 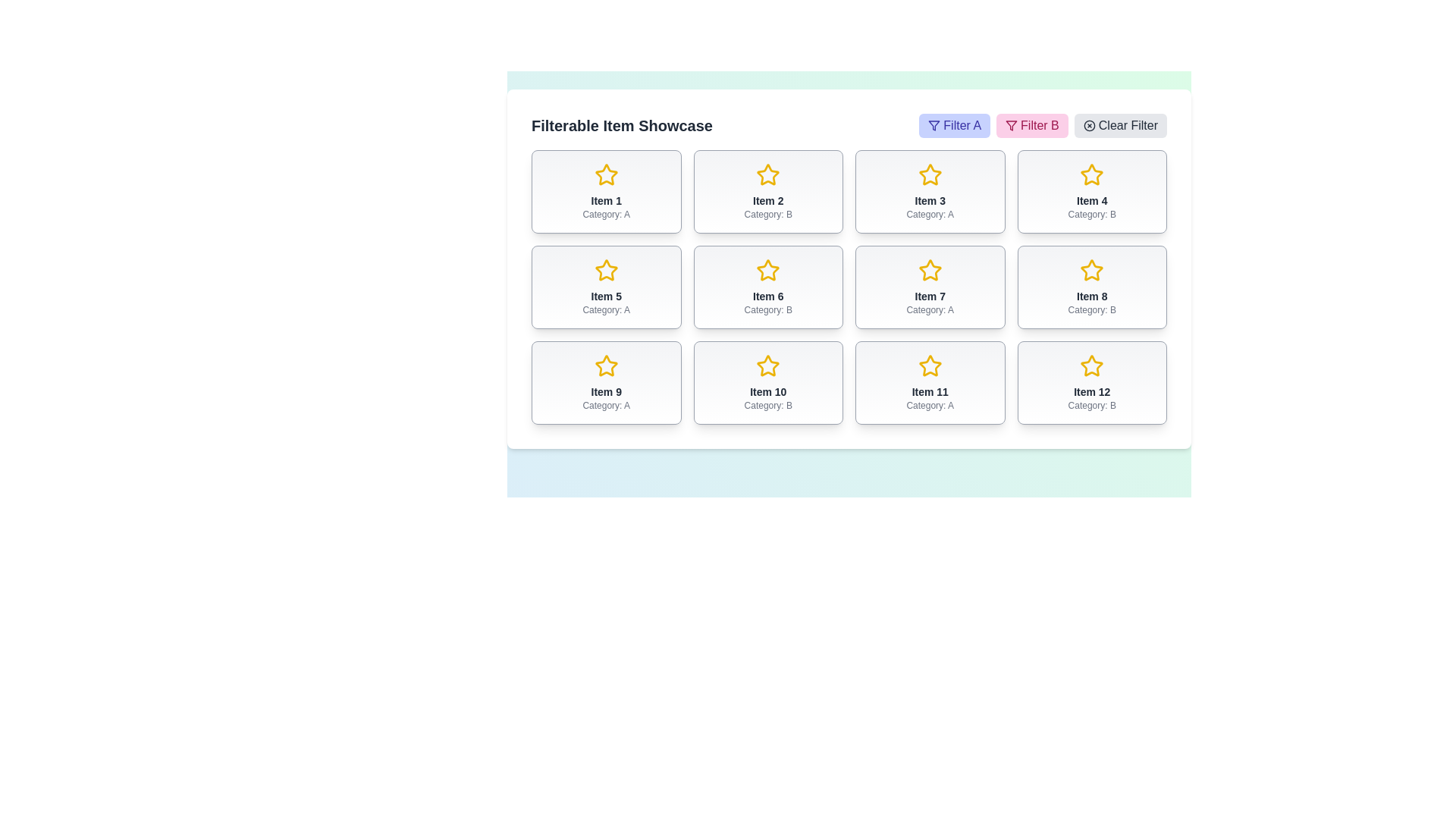 I want to click on the 'Filter B' button with a pink background and dark pink text, so click(x=1031, y=124).